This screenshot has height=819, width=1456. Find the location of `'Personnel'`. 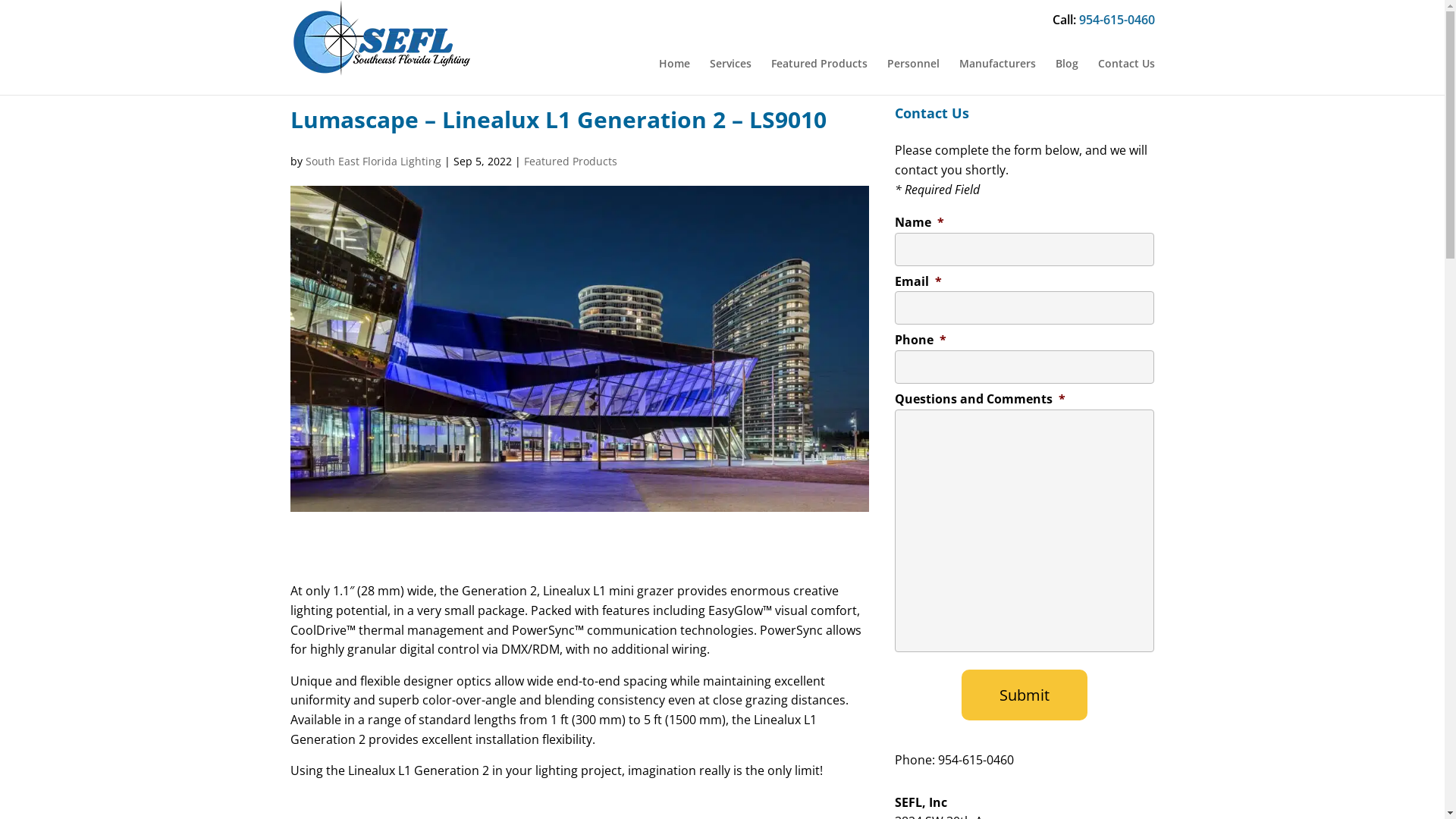

'Personnel' is located at coordinates (912, 63).